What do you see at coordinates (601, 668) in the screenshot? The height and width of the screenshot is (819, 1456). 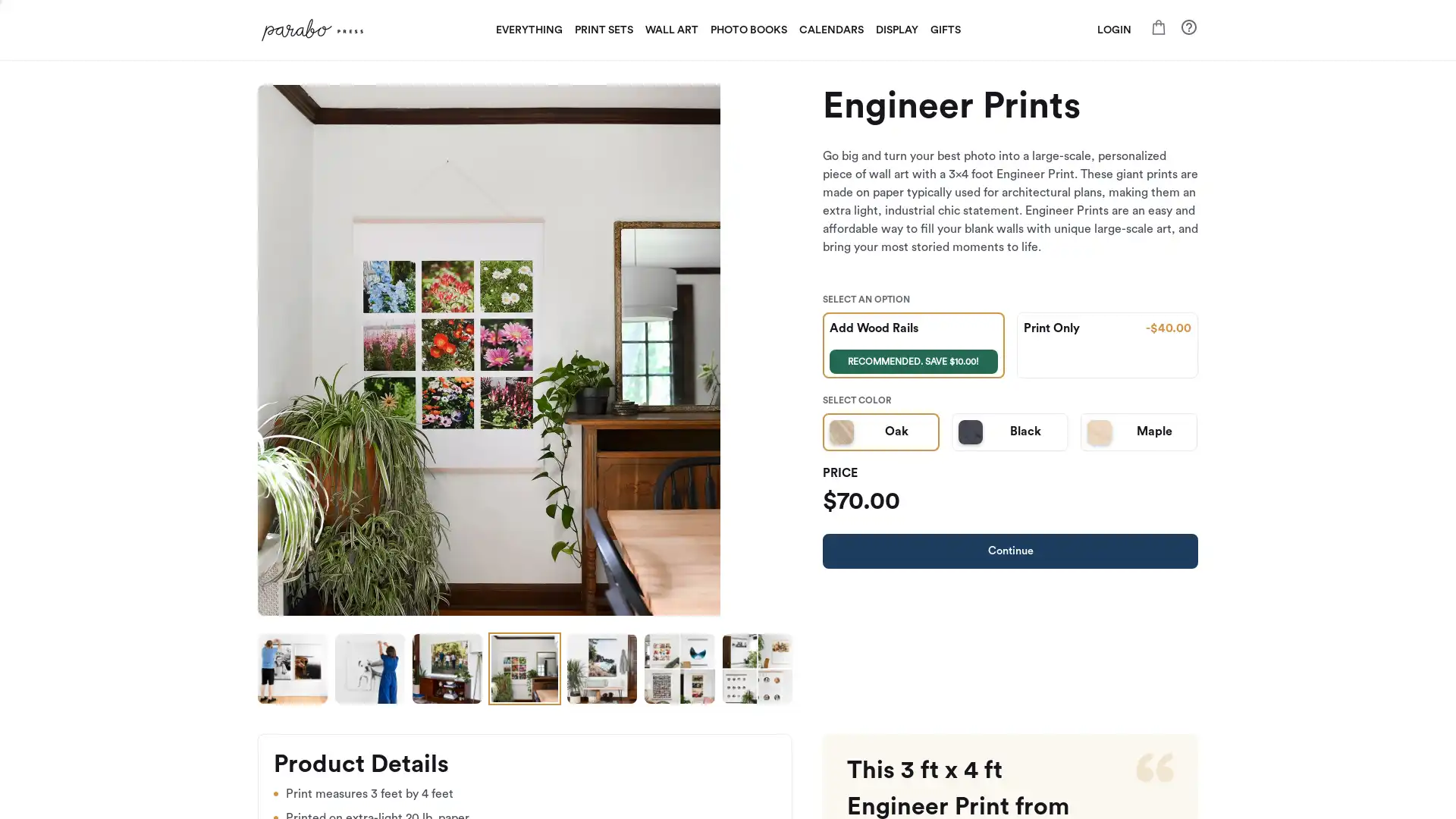 I see `slide dot` at bounding box center [601, 668].